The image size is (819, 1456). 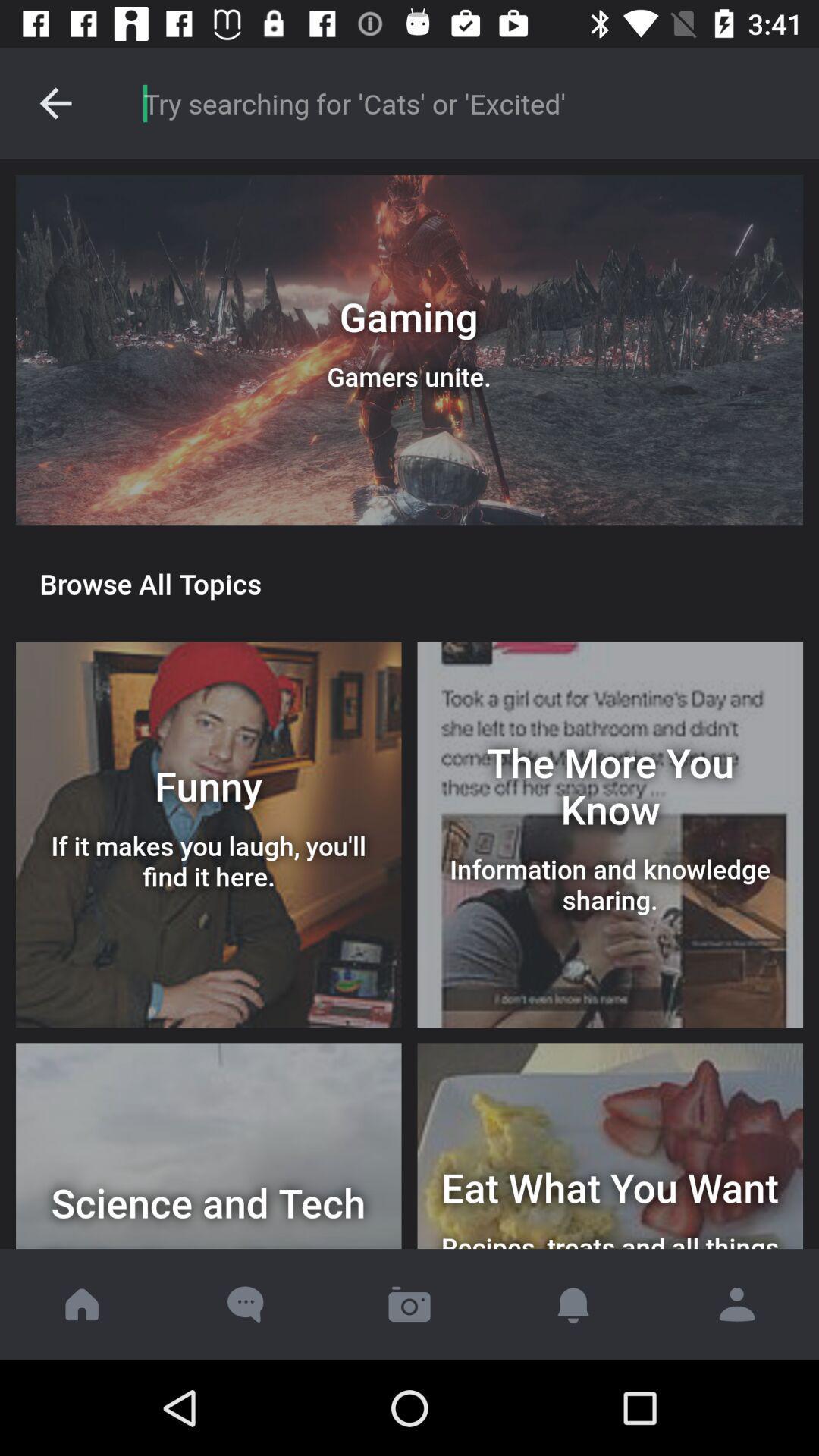 What do you see at coordinates (409, 1304) in the screenshot?
I see `the button is used to start the camera` at bounding box center [409, 1304].